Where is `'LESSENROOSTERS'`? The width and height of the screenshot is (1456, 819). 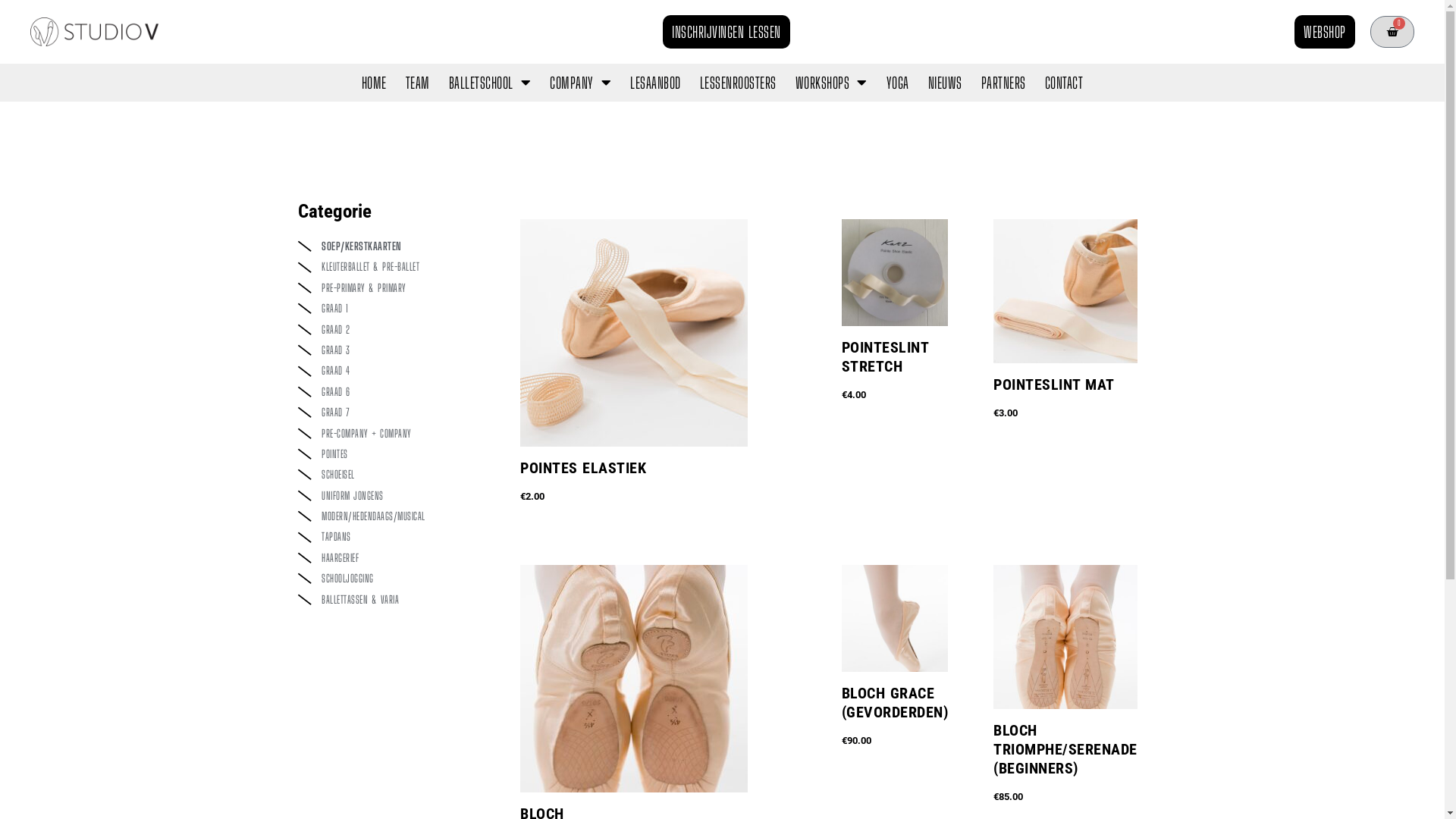 'LESSENROOSTERS' is located at coordinates (738, 82).